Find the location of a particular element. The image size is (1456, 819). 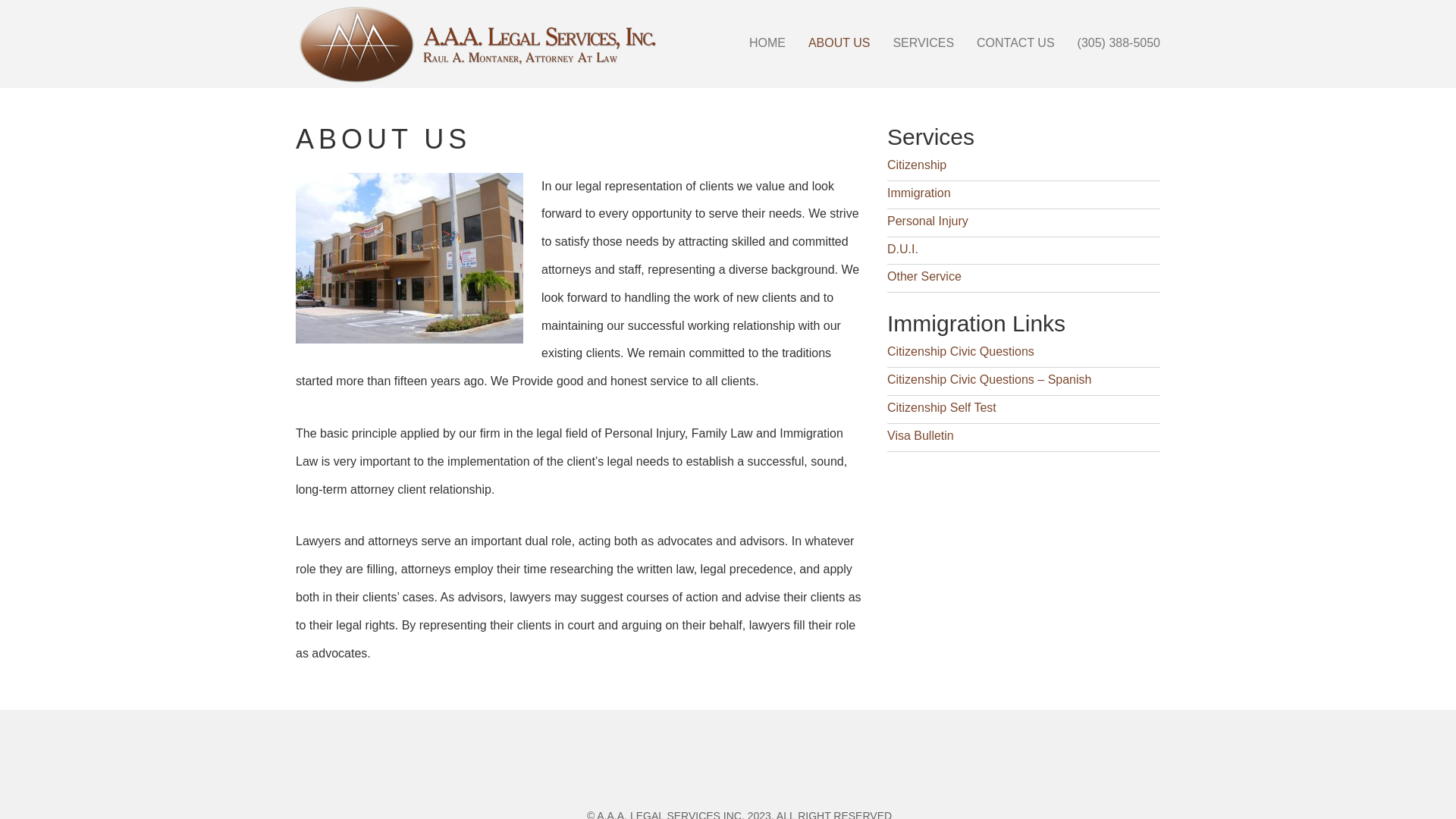

'SERVICES' is located at coordinates (922, 42).